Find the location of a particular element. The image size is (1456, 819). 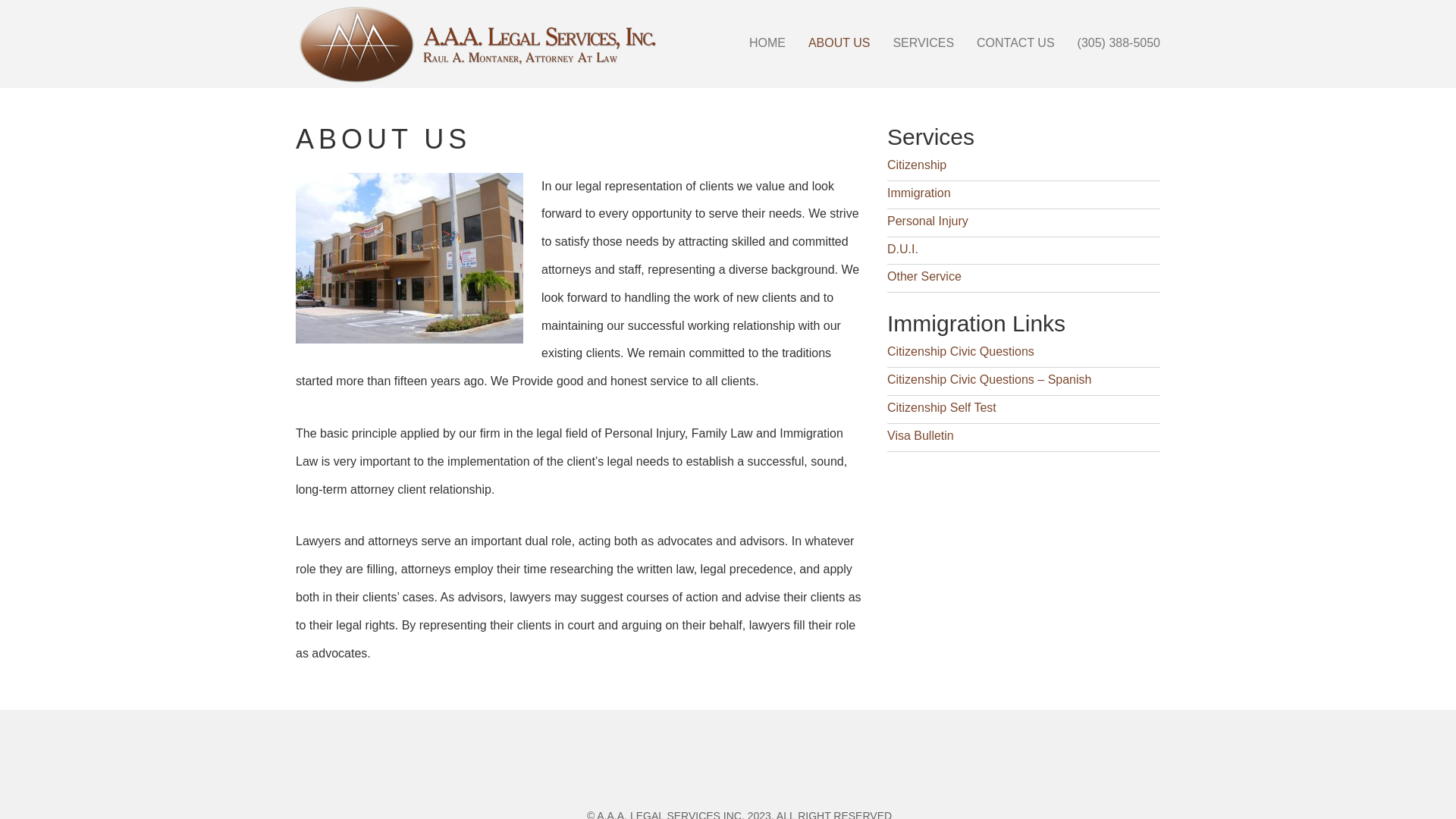

'SERVICES' is located at coordinates (922, 42).